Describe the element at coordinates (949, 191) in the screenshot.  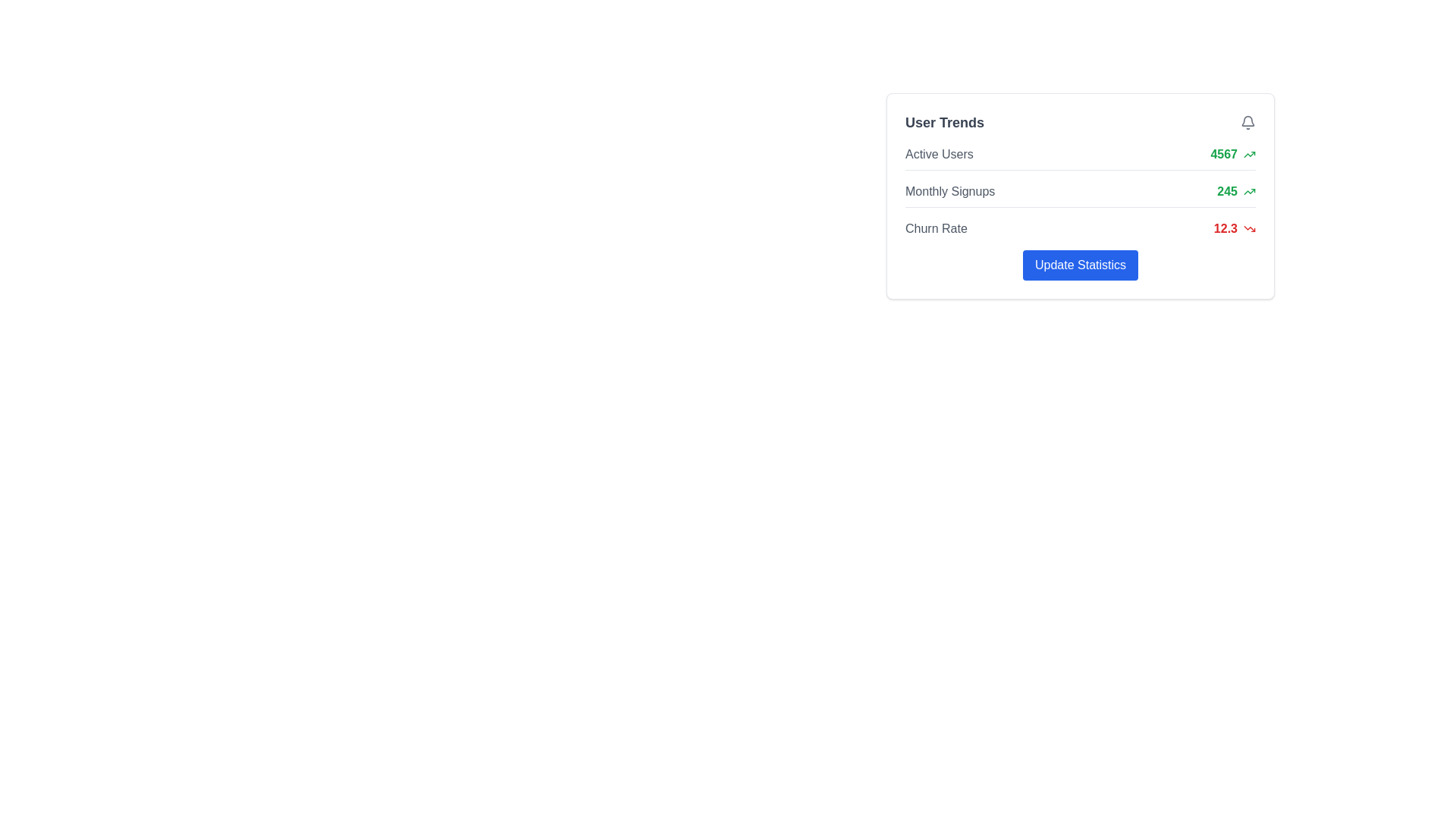
I see `the label that provides context for the numeric value '245' in the user trends section, specifically located in the second row under 'User Trends'` at that location.